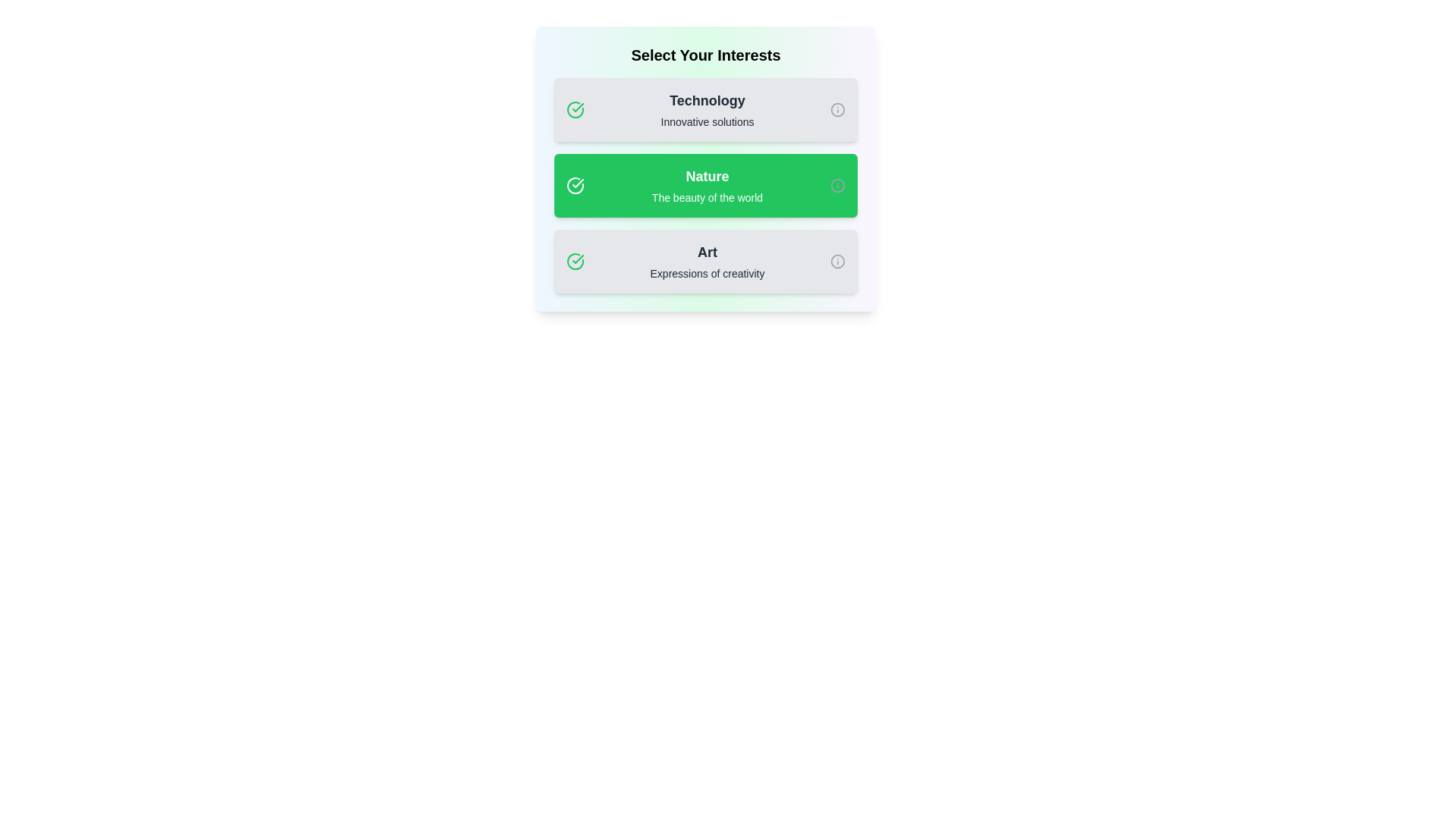 The width and height of the screenshot is (1456, 819). Describe the element at coordinates (705, 185) in the screenshot. I see `the tag labeled Nature` at that location.